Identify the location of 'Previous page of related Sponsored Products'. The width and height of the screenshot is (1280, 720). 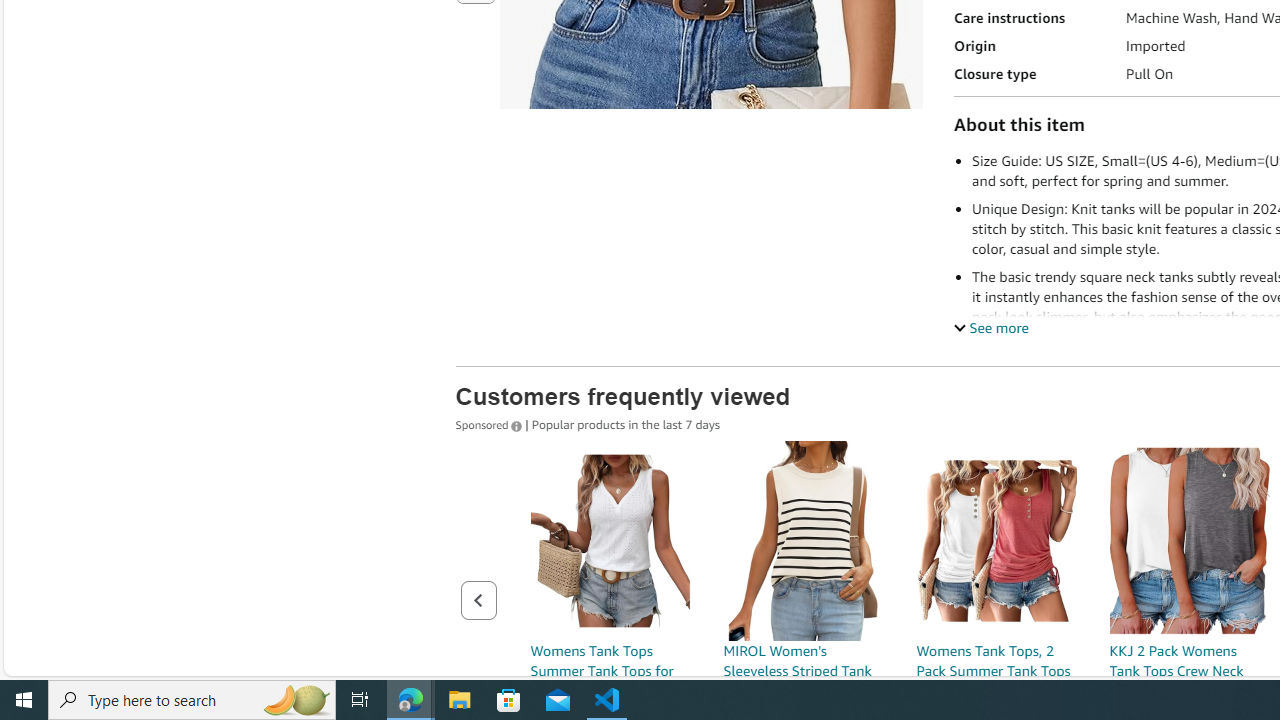
(477, 599).